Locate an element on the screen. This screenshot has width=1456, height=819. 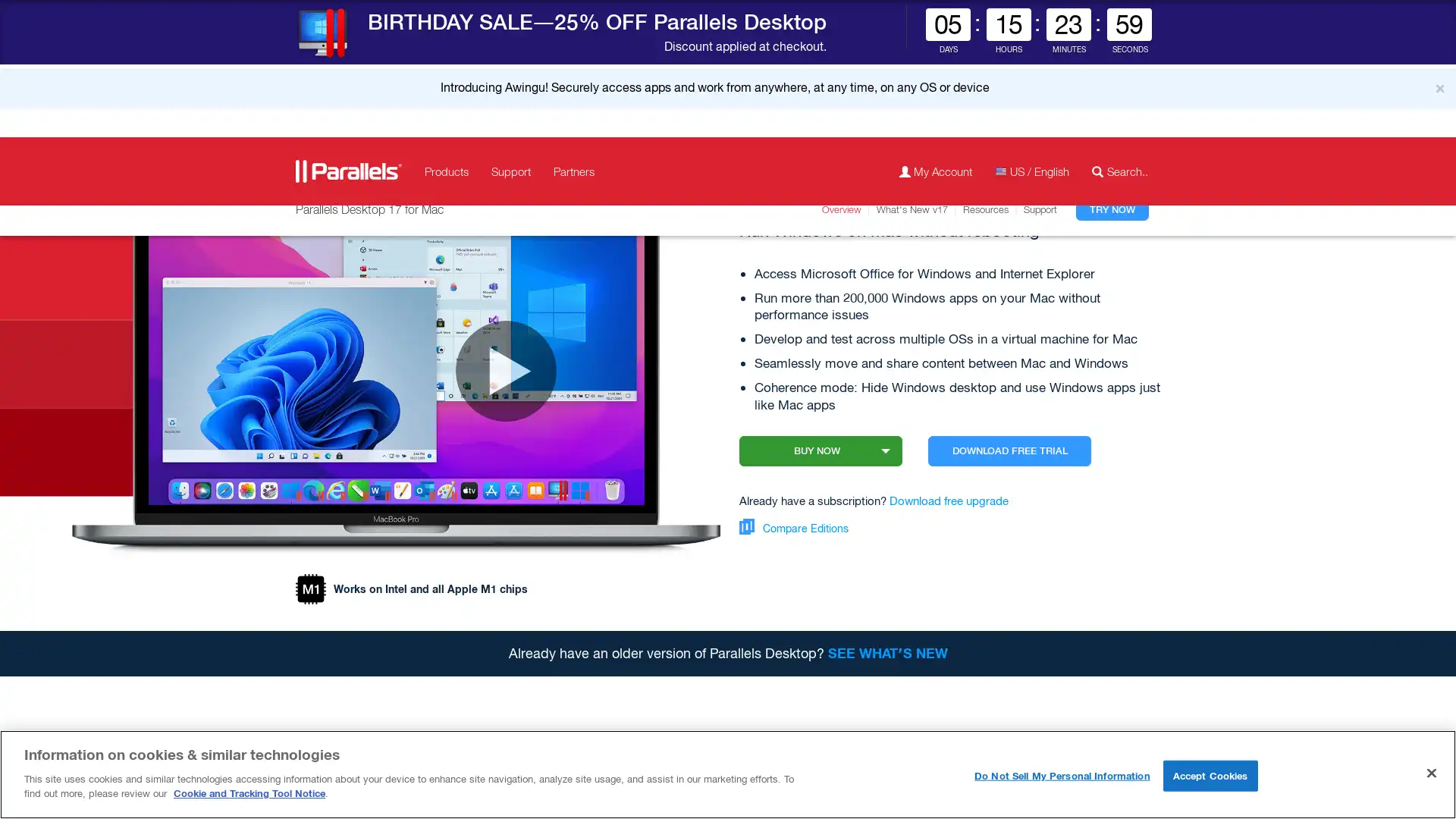
Close is located at coordinates (1439, 148).